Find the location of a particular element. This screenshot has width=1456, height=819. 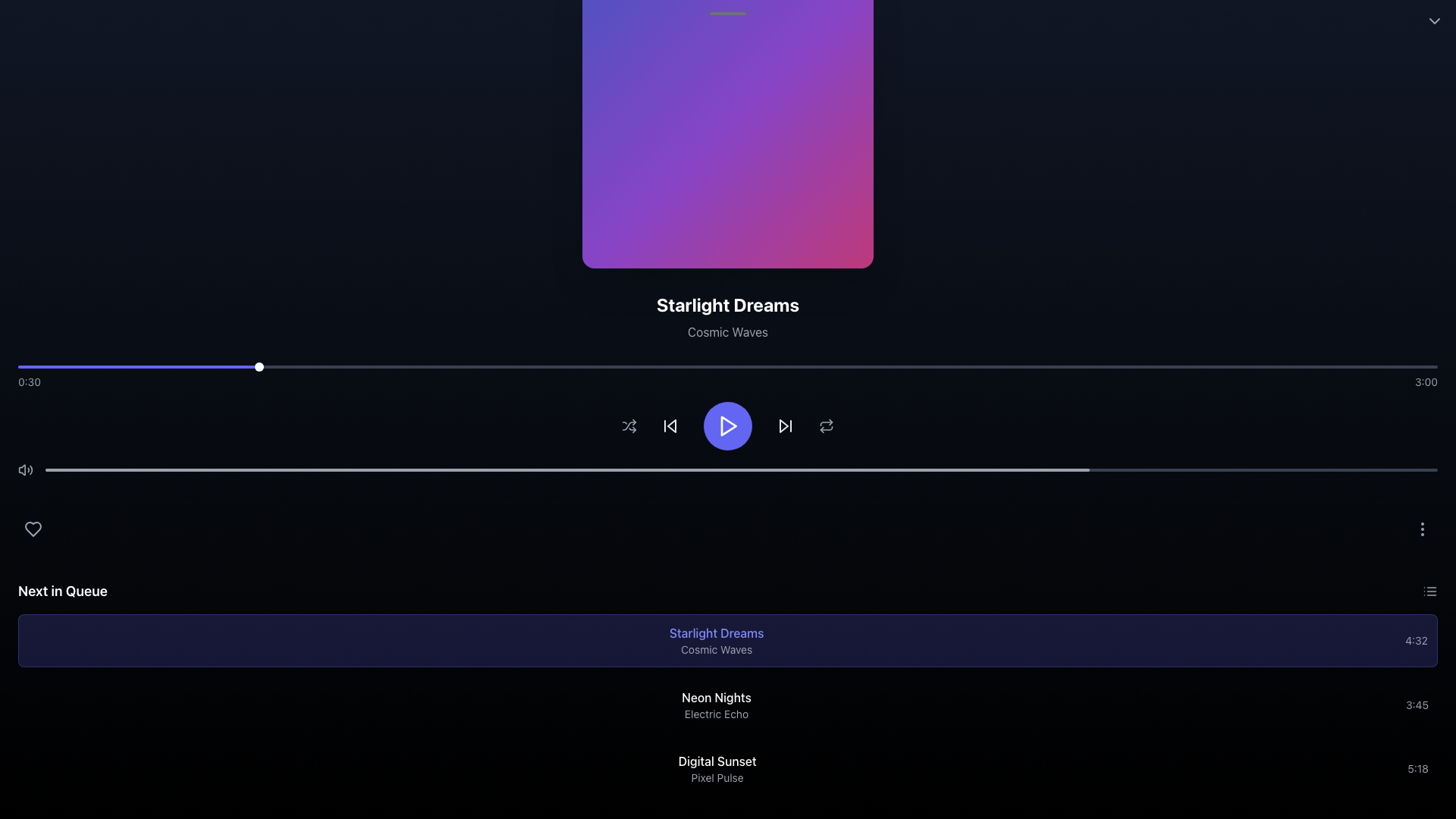

progress is located at coordinates (195, 366).